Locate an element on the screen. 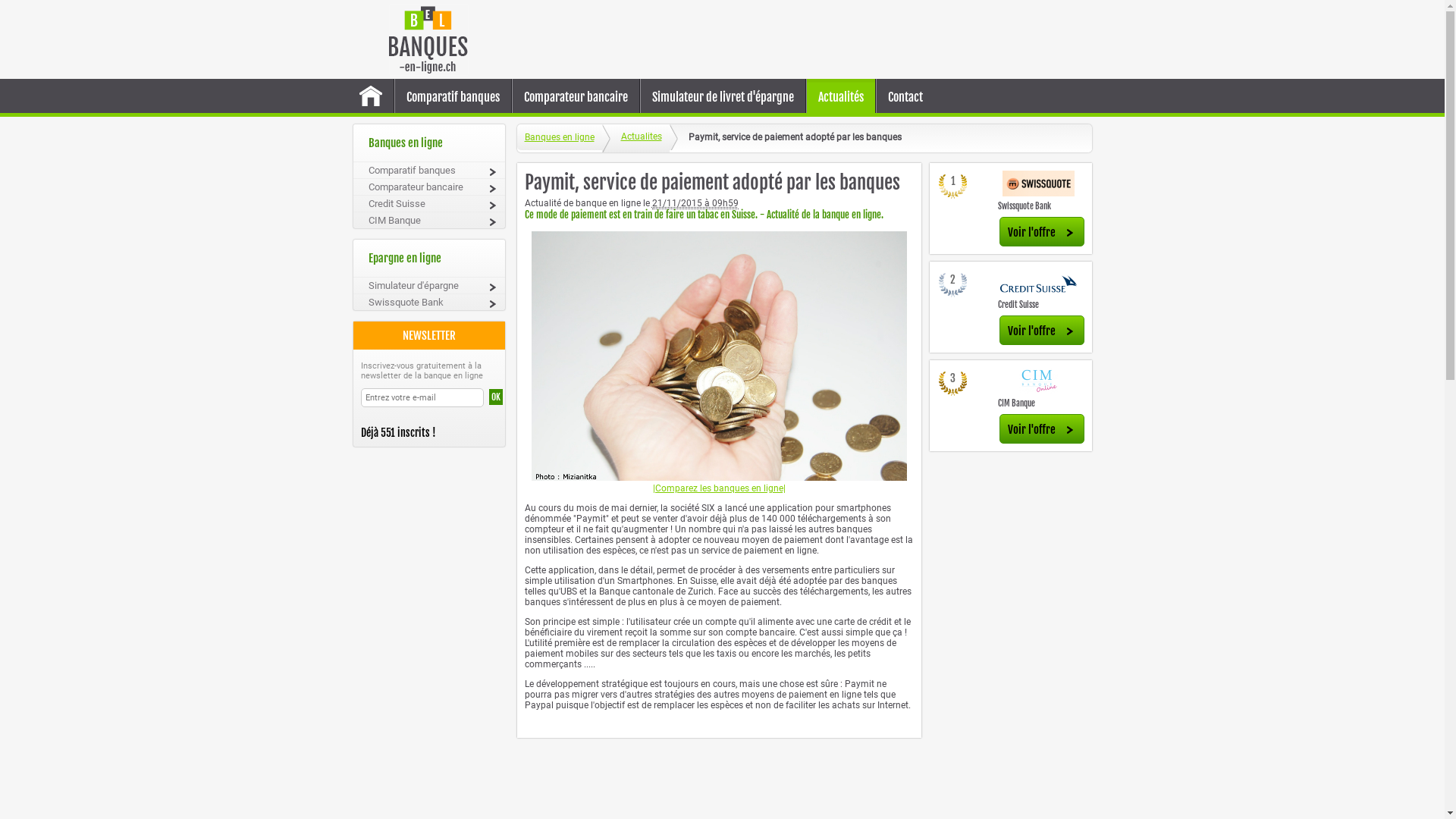 The width and height of the screenshot is (1456, 819). 'Accueil banque en ligne' is located at coordinates (370, 97).